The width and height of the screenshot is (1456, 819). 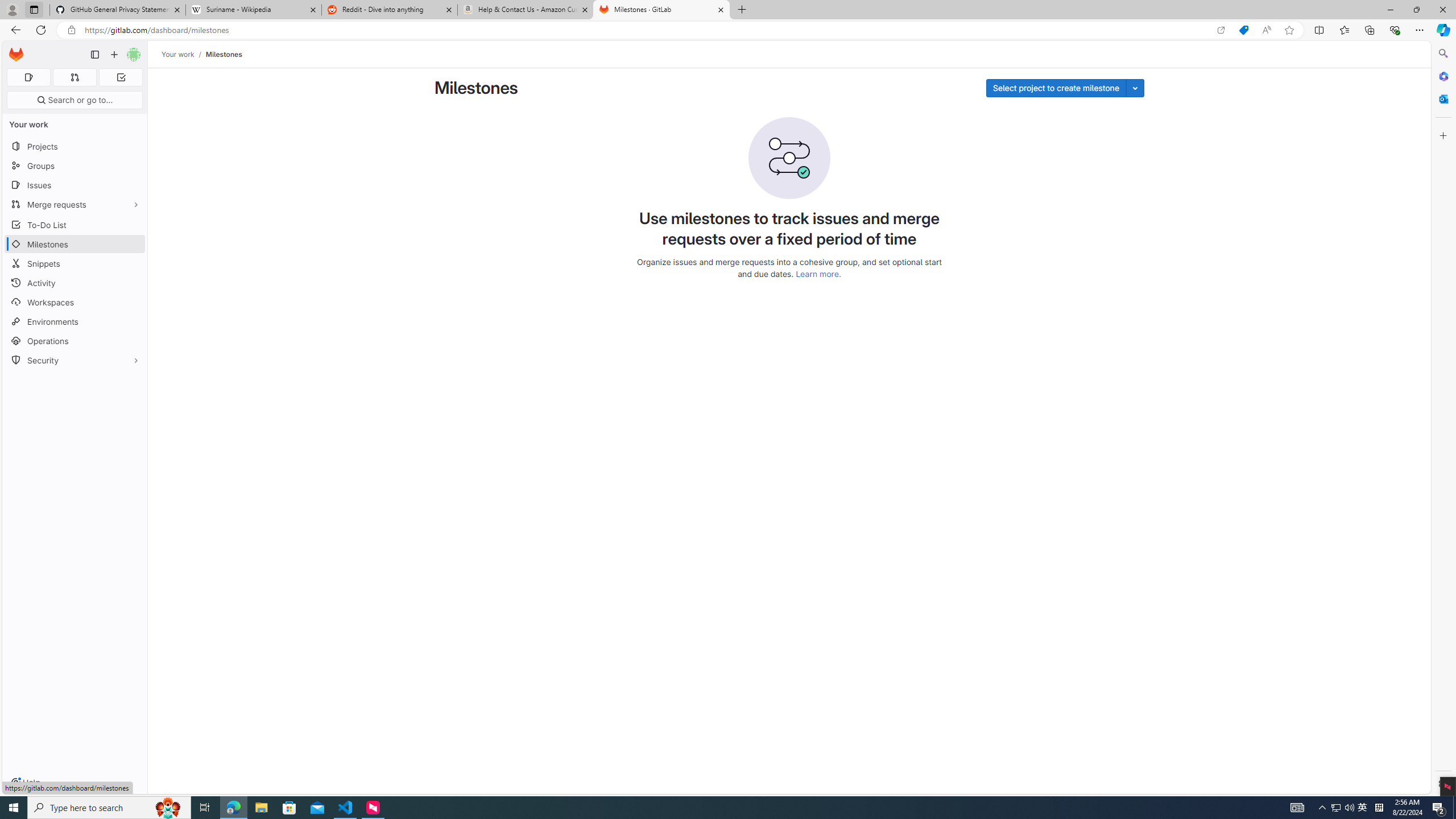 I want to click on 'Issues', so click(x=74, y=185).